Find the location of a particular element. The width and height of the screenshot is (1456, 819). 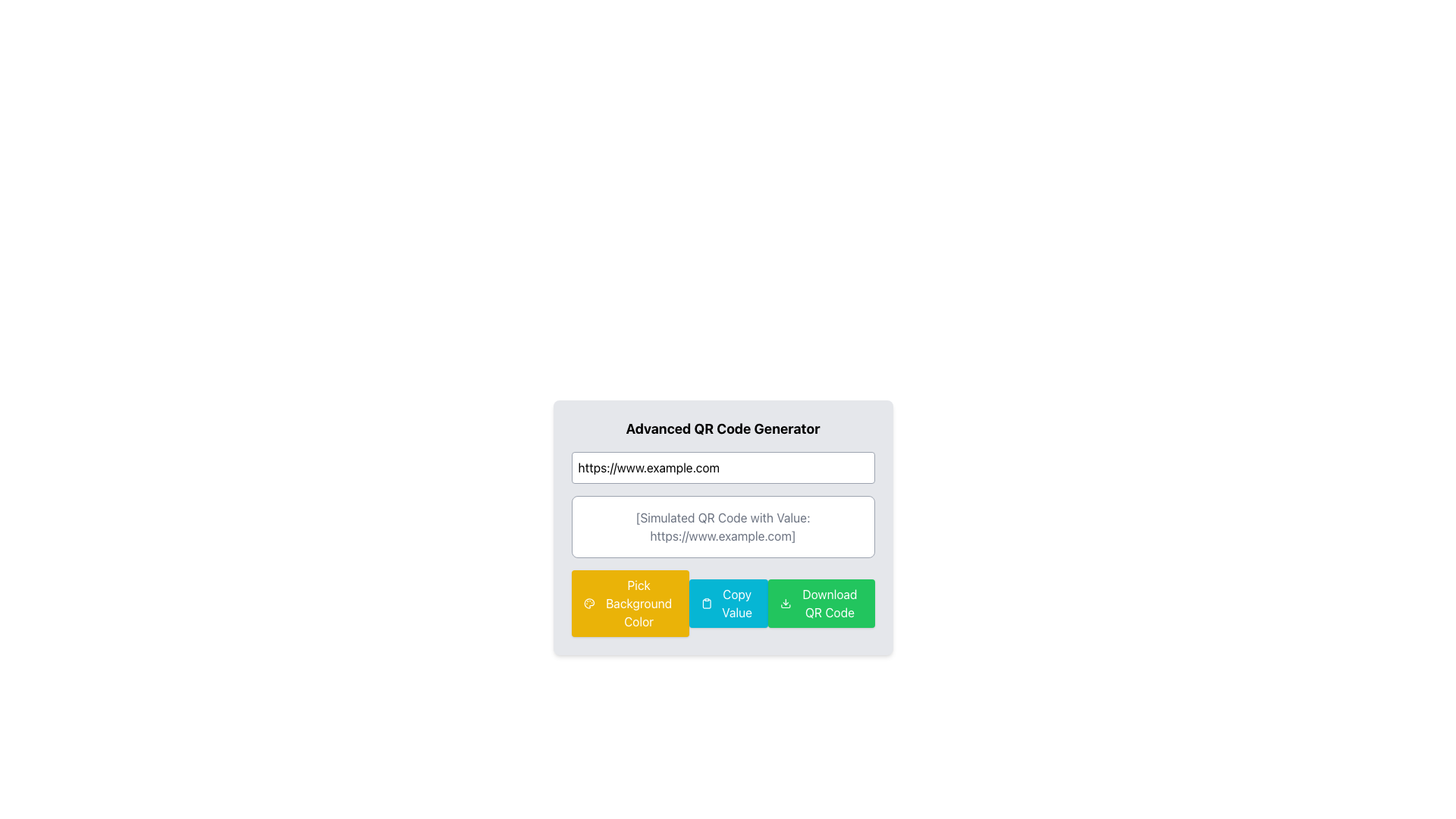

the green rectangular button labeled 'Download QR Code' is located at coordinates (821, 602).